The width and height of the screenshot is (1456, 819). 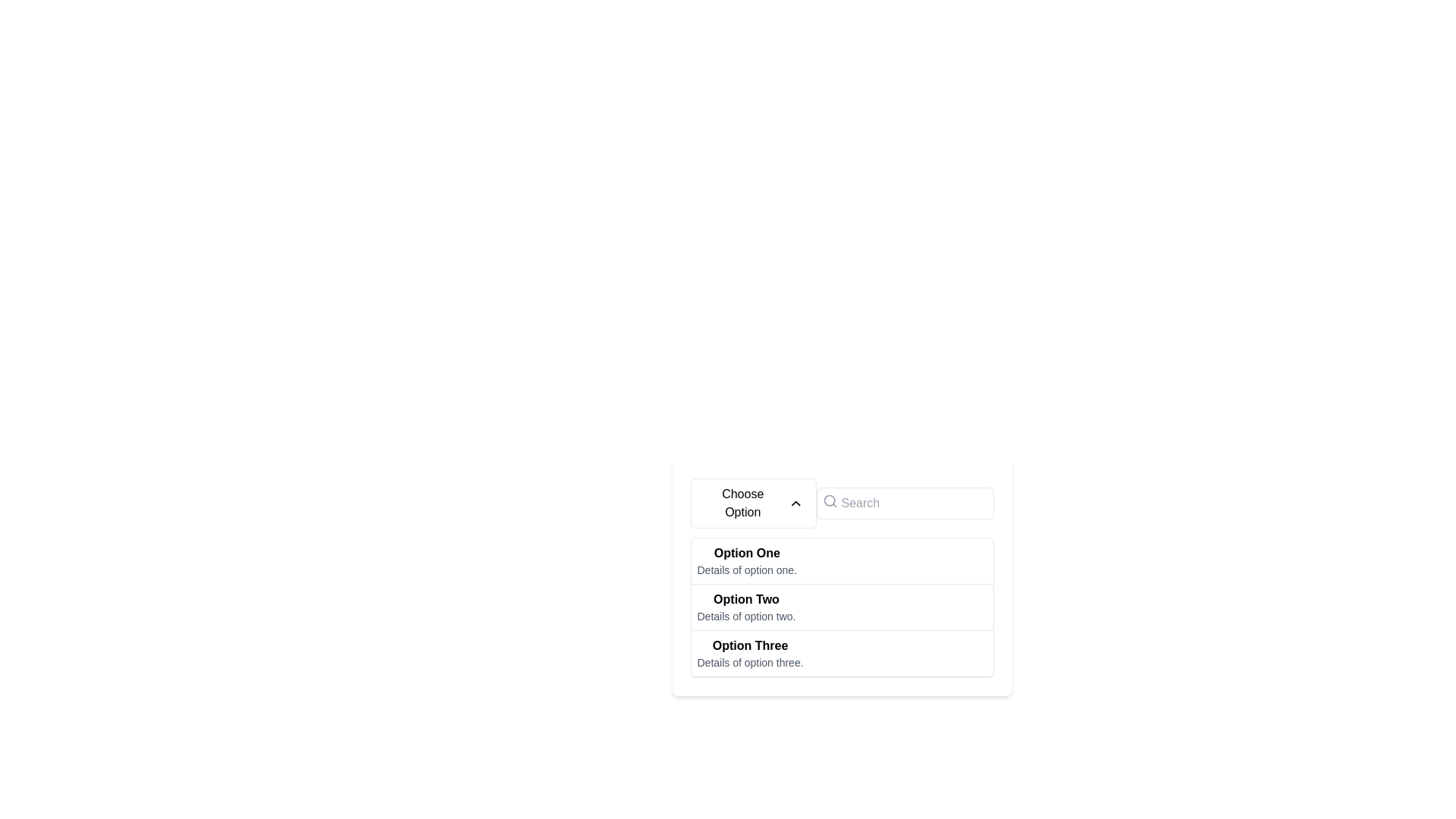 What do you see at coordinates (841, 607) in the screenshot?
I see `the Dropdown menu with selectable options located below the 'Choose Option' button` at bounding box center [841, 607].